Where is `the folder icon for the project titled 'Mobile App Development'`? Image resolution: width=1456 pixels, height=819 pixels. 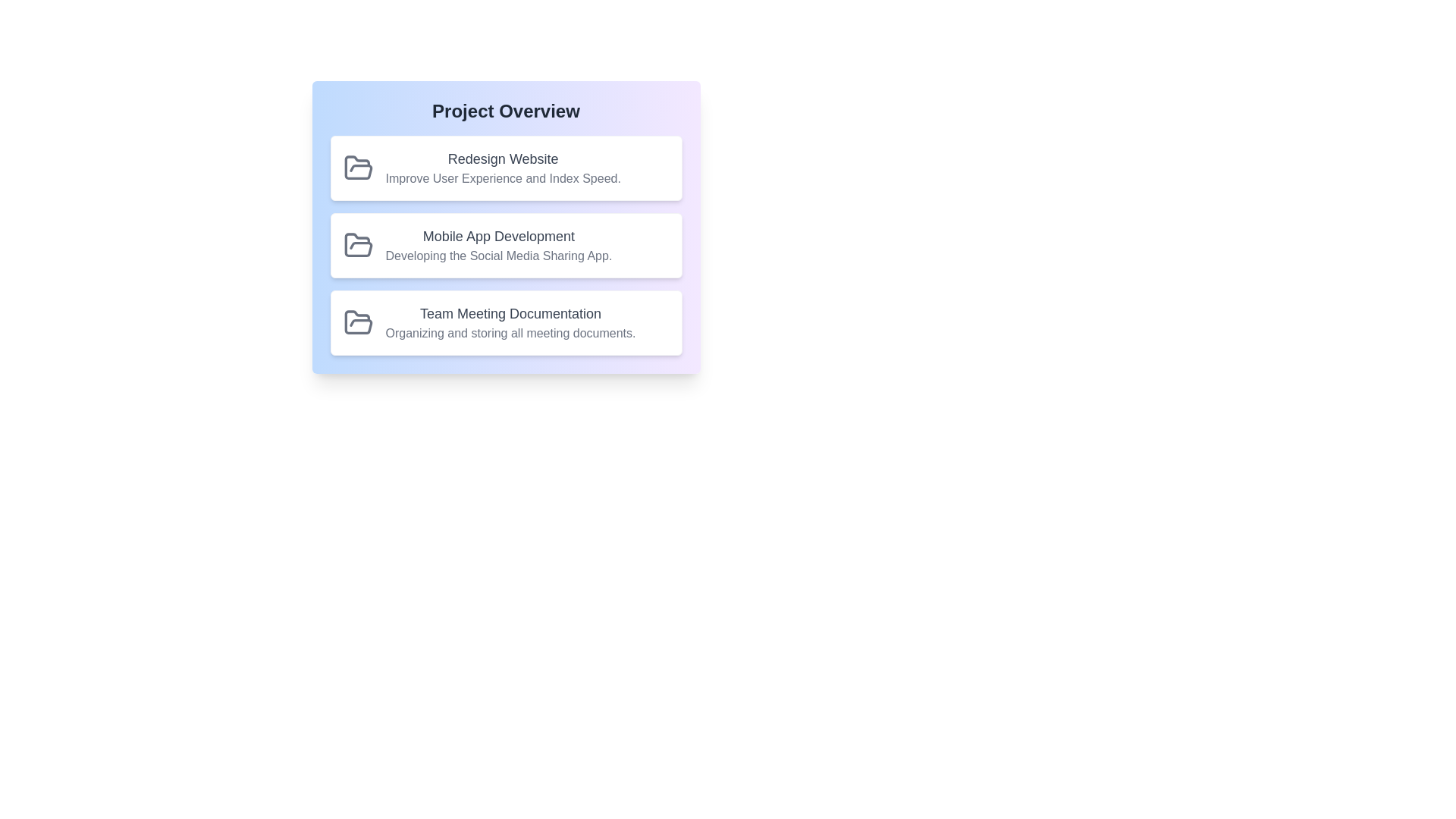 the folder icon for the project titled 'Mobile App Development' is located at coordinates (357, 245).